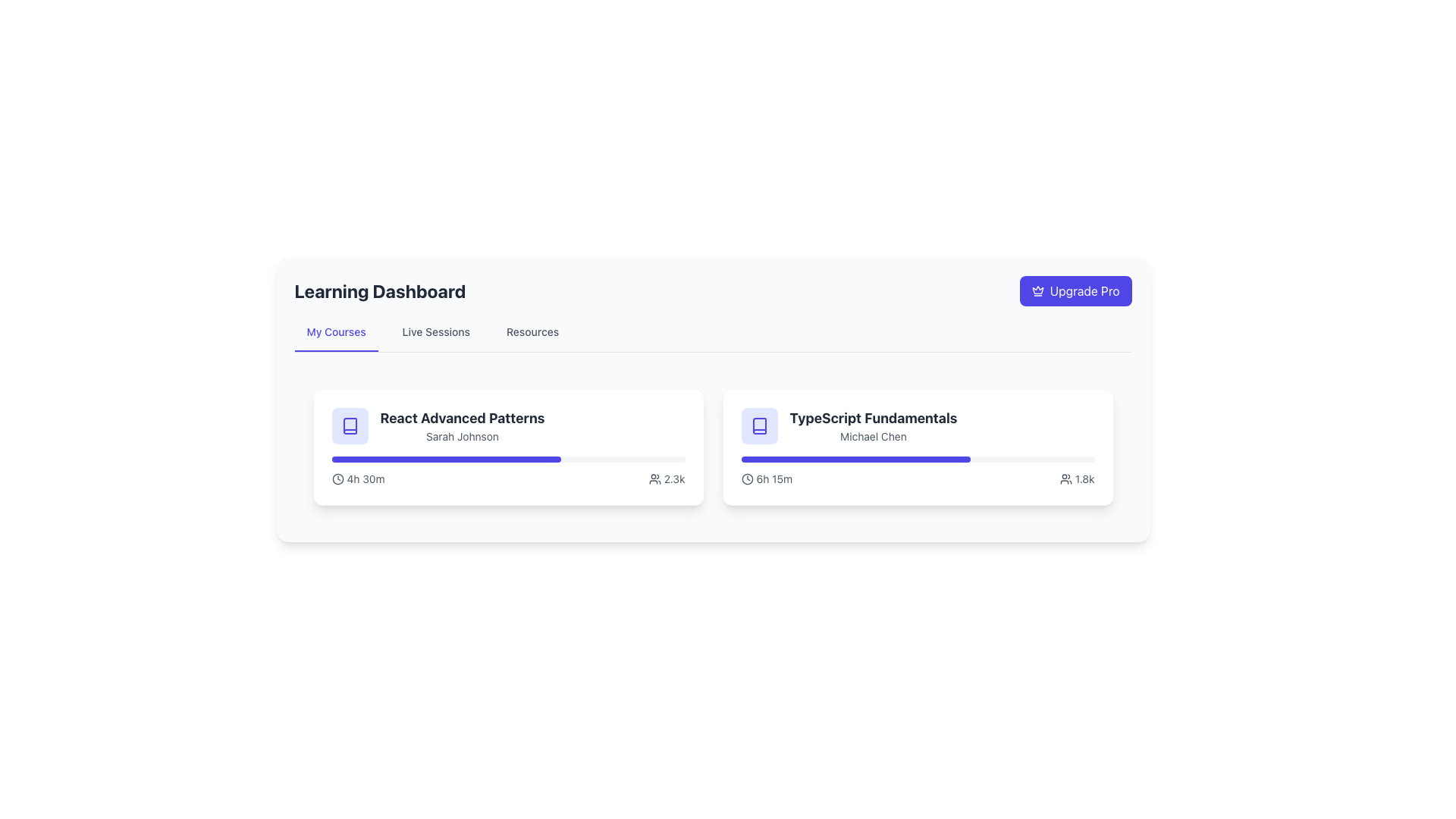  I want to click on the 'Live Sessions' navigational link, which is the second link in a horizontal navigation bar near the top center of the page, so click(435, 337).